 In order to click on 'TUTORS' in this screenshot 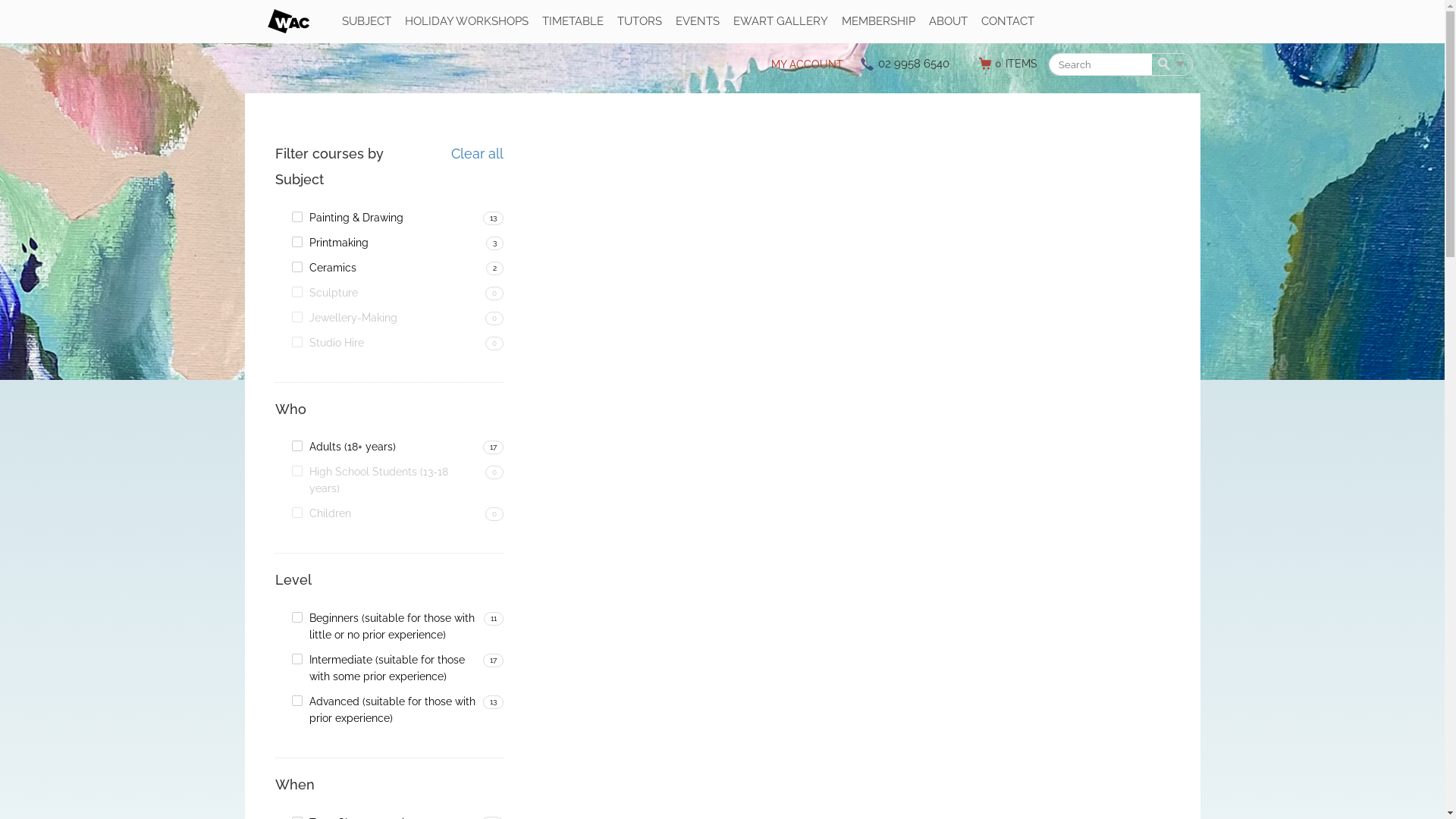, I will do `click(611, 20)`.